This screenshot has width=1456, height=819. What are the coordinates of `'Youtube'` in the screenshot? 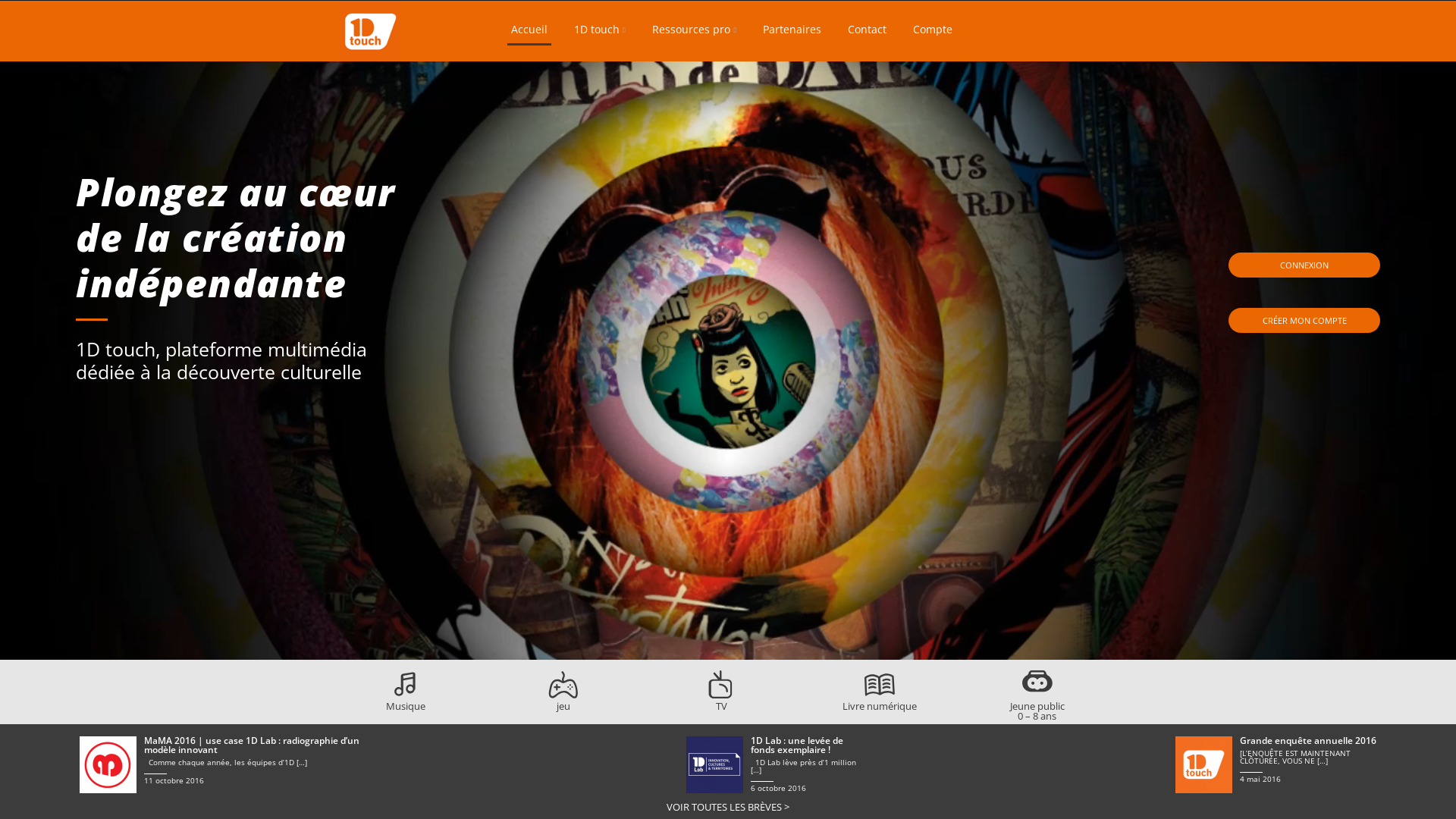 It's located at (1069, 29).